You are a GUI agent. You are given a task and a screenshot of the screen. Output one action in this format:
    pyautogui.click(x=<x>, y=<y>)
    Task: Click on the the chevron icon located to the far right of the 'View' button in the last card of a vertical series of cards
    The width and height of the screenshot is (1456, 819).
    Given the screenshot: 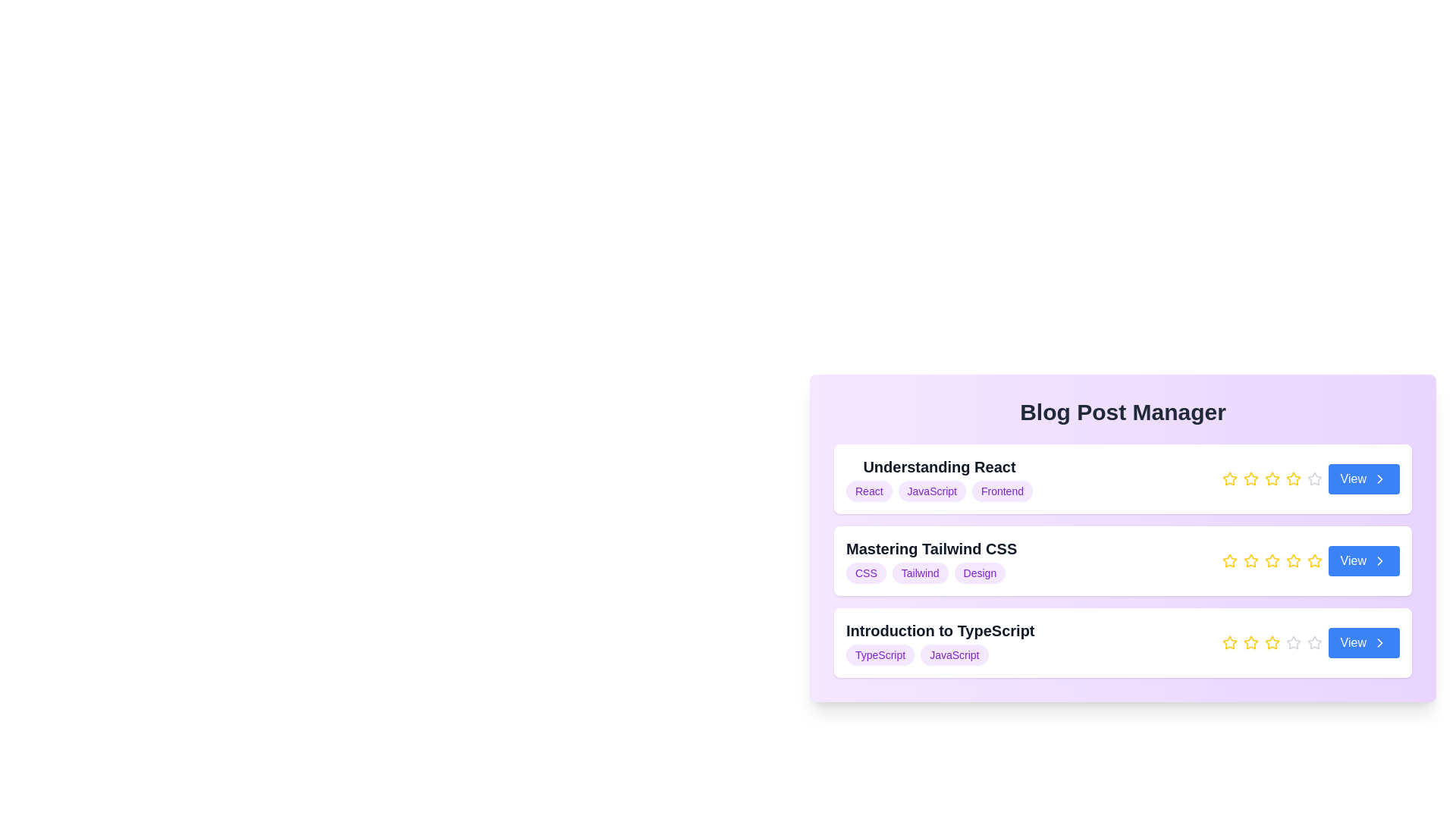 What is the action you would take?
    pyautogui.click(x=1379, y=643)
    